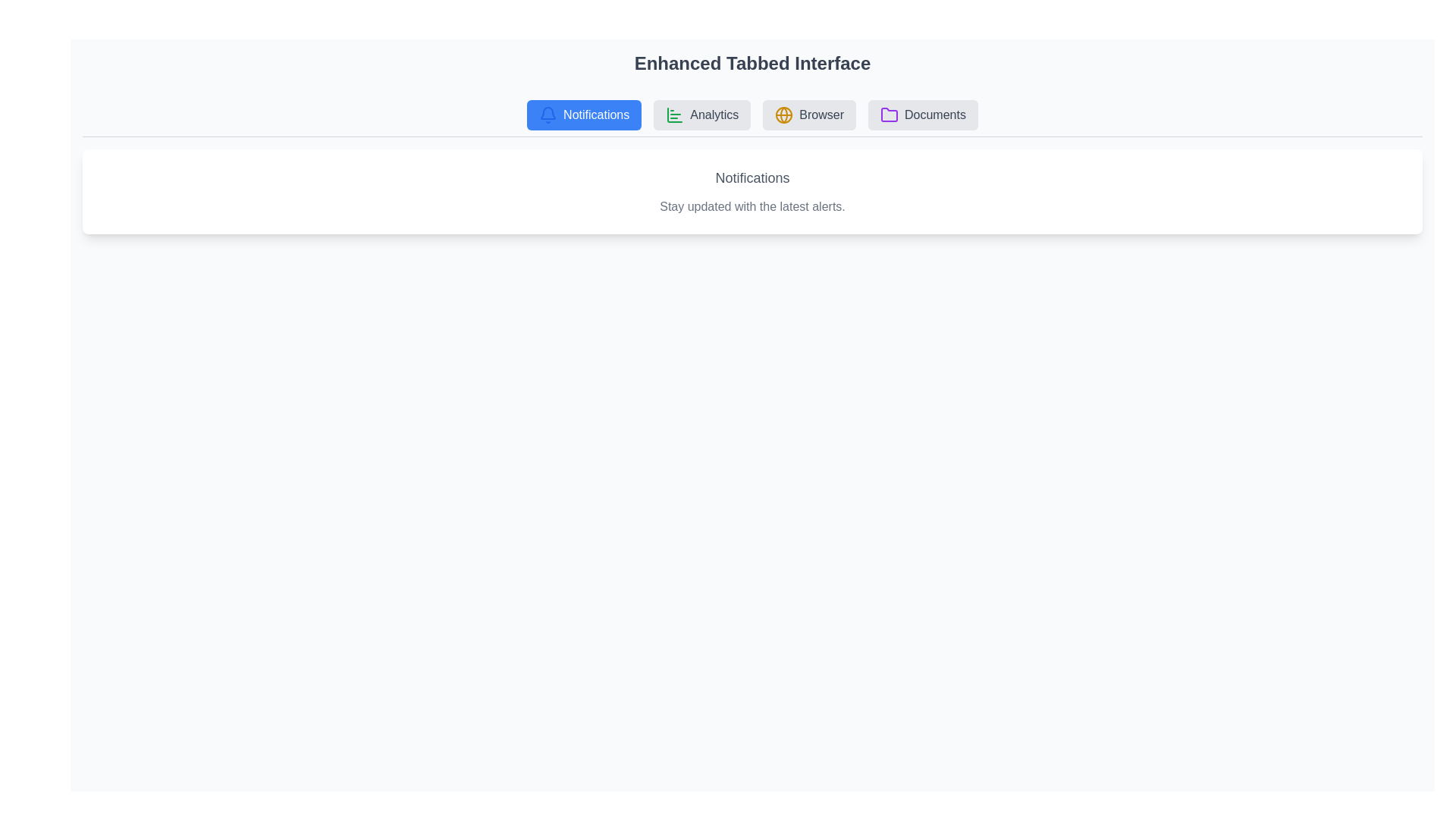 This screenshot has width=1456, height=819. Describe the element at coordinates (809, 114) in the screenshot. I see `the tab labeled Browser` at that location.